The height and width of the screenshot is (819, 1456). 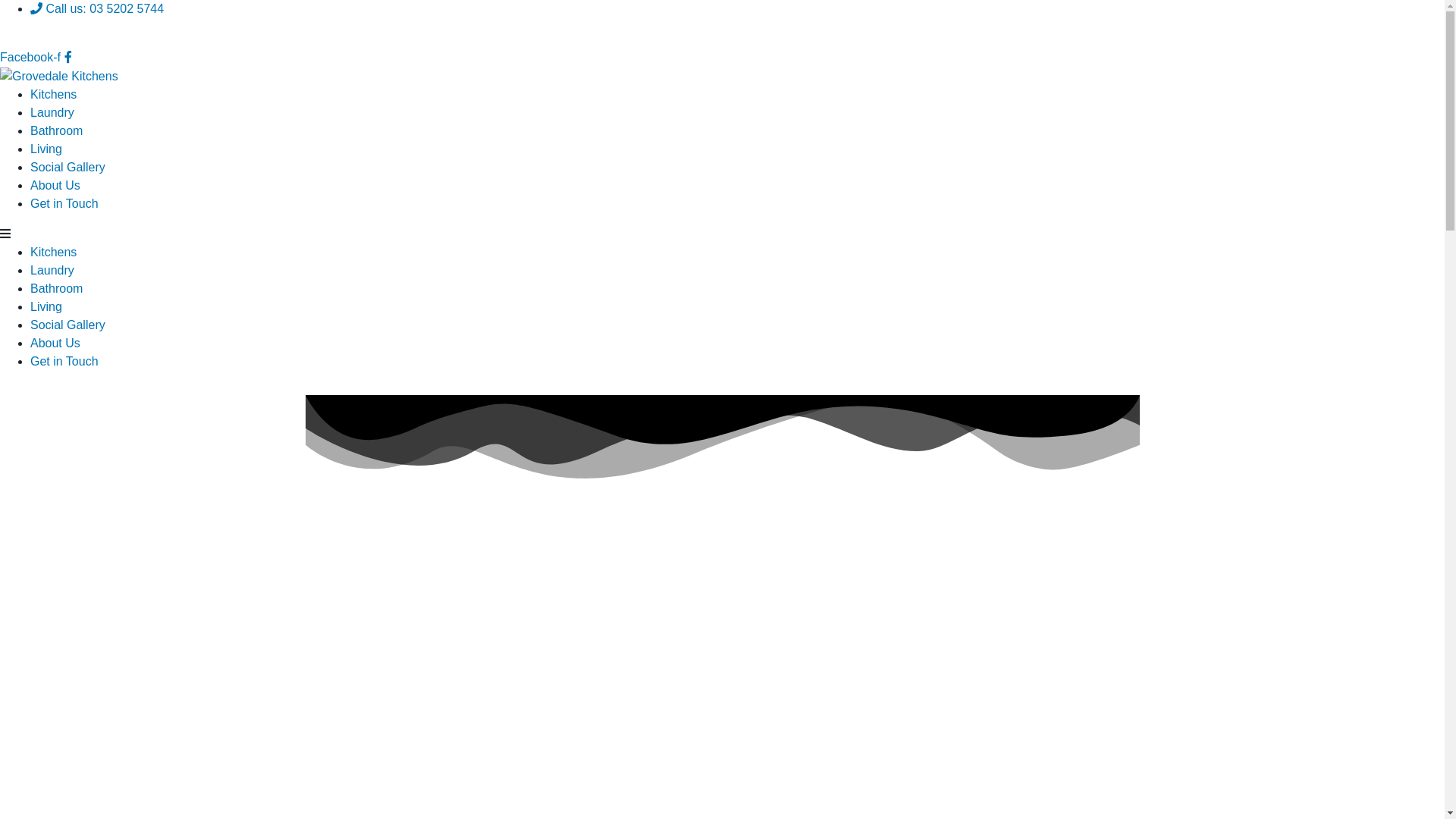 I want to click on 'Social Gallery', so click(x=30, y=324).